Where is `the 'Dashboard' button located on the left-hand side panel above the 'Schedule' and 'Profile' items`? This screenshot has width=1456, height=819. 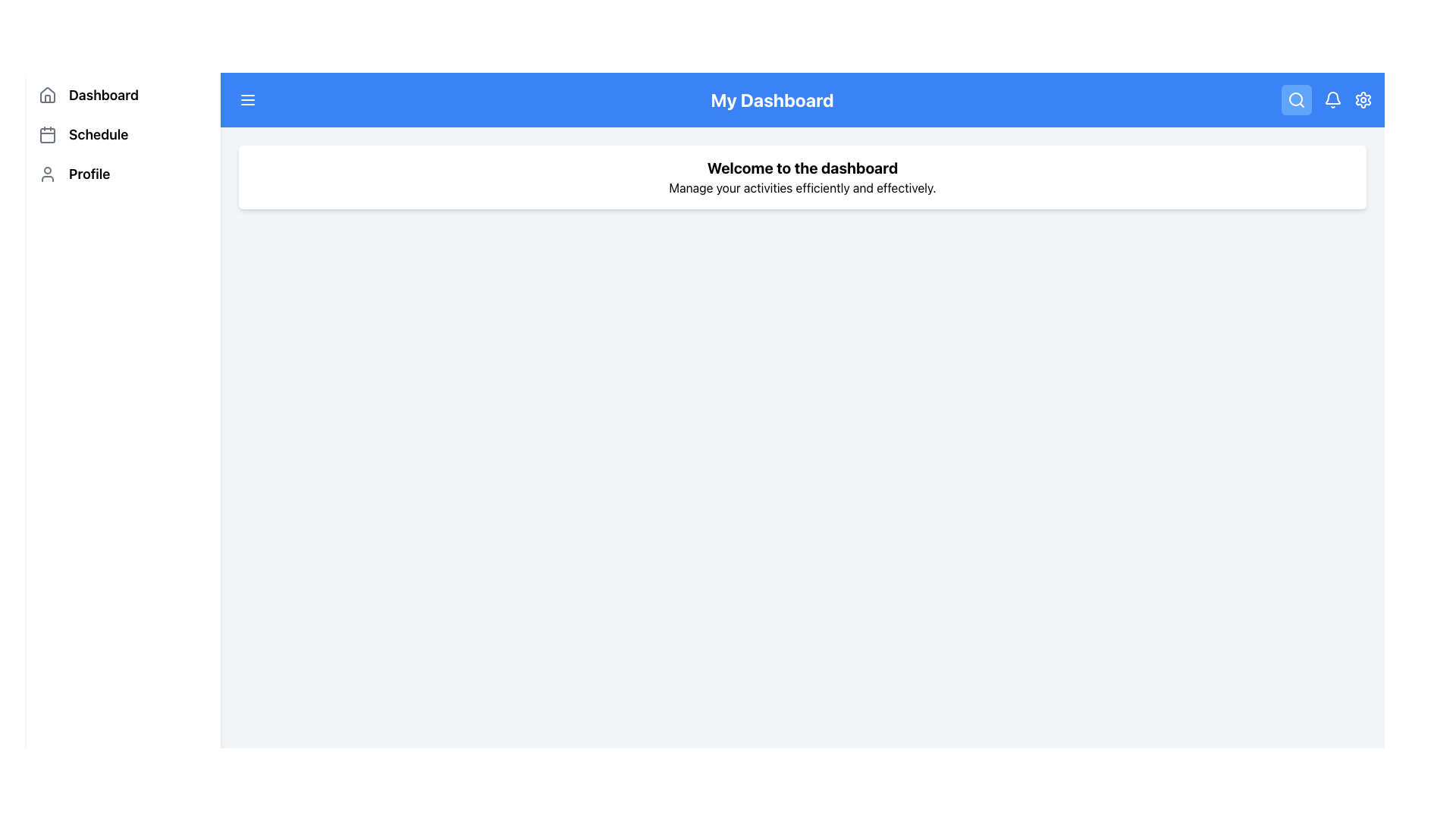 the 'Dashboard' button located on the left-hand side panel above the 'Schedule' and 'Profile' items is located at coordinates (124, 96).